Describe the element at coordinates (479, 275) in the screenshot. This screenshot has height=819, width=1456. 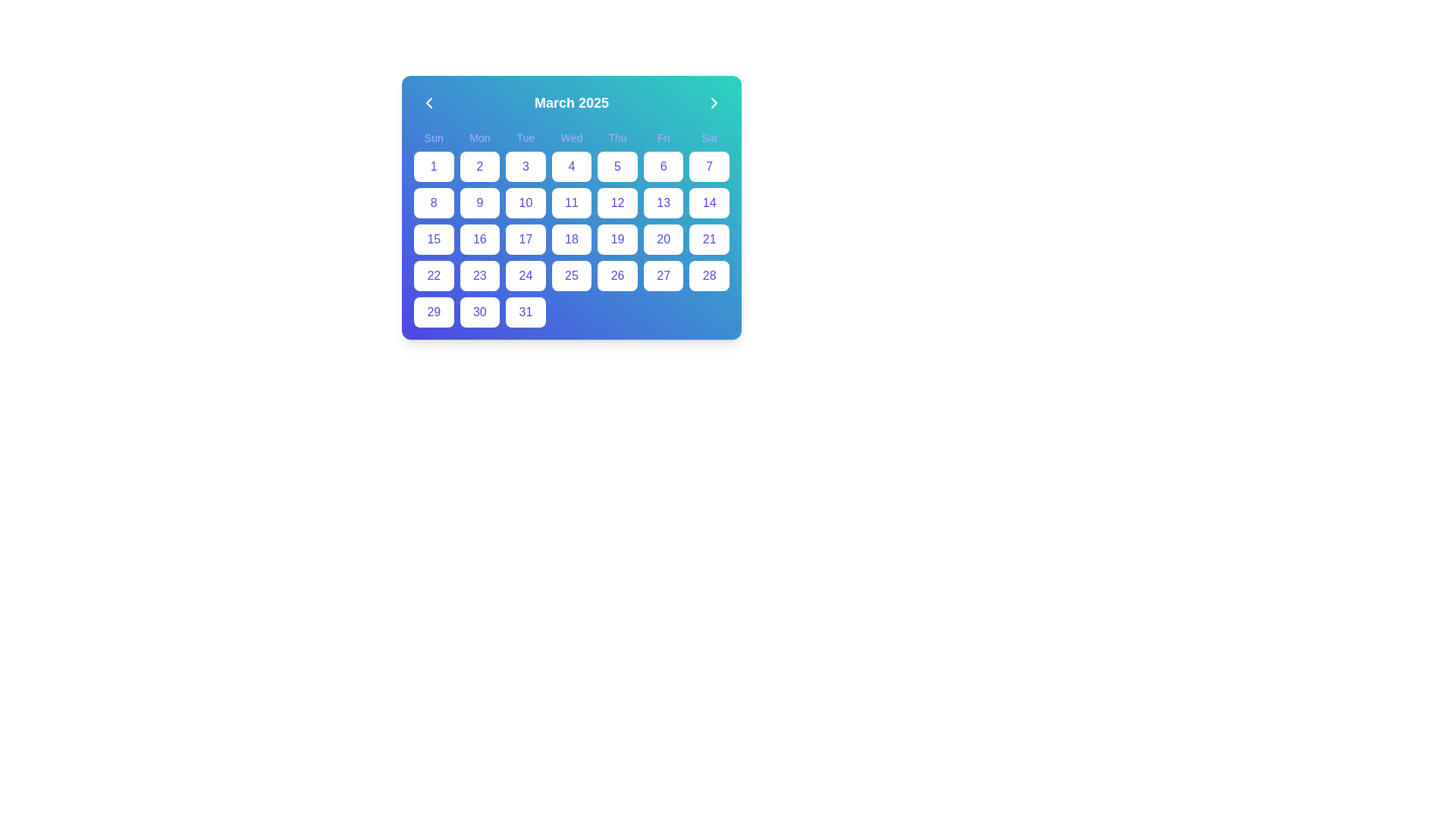
I see `the date '23' button in the monthly calendar interface` at that location.